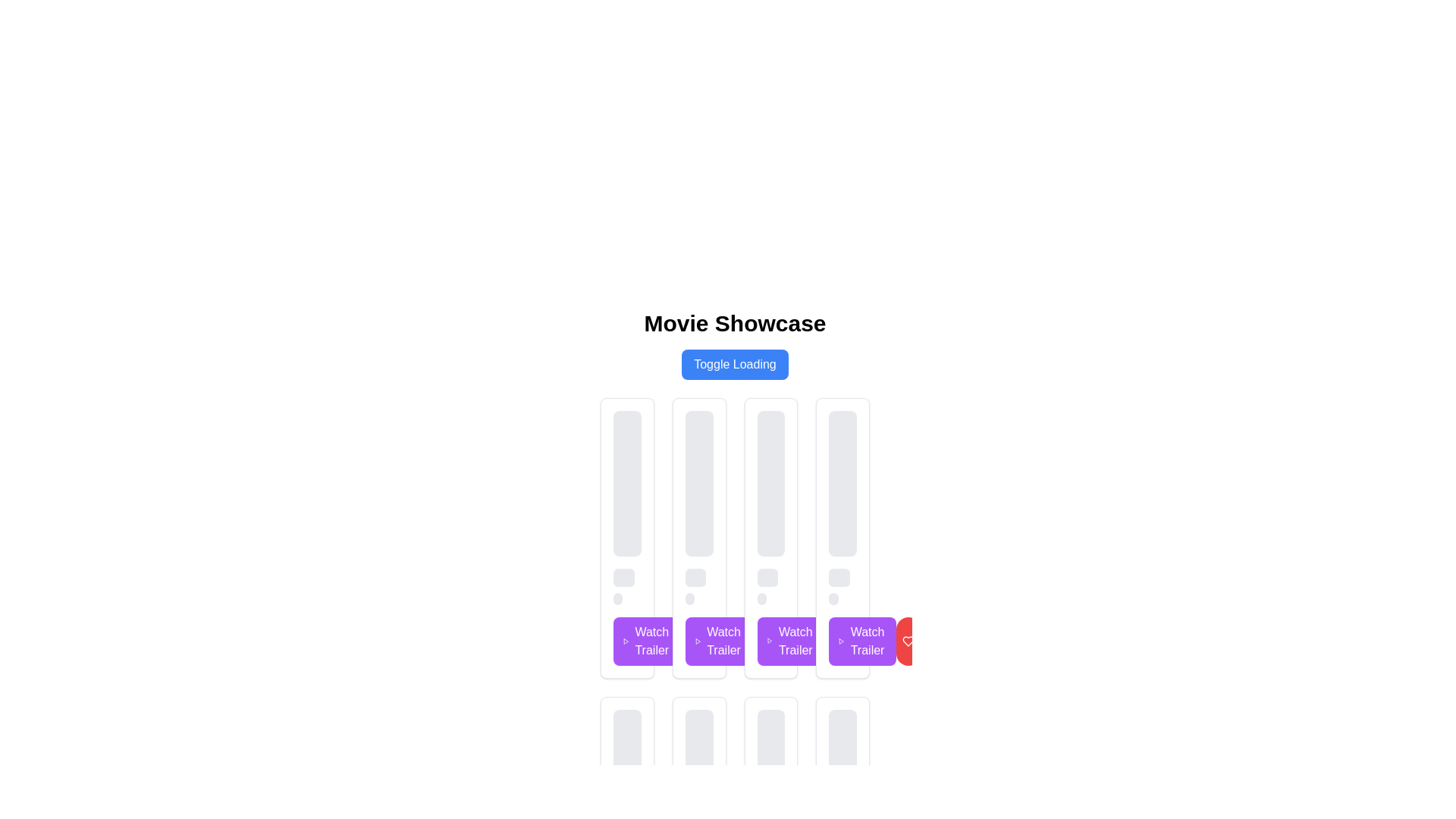  I want to click on the purple 'Watch Trailer' button with rounded edges located in the third column of actions at the bottom of the movie showcase card to initiate trailer playback, so click(698, 641).